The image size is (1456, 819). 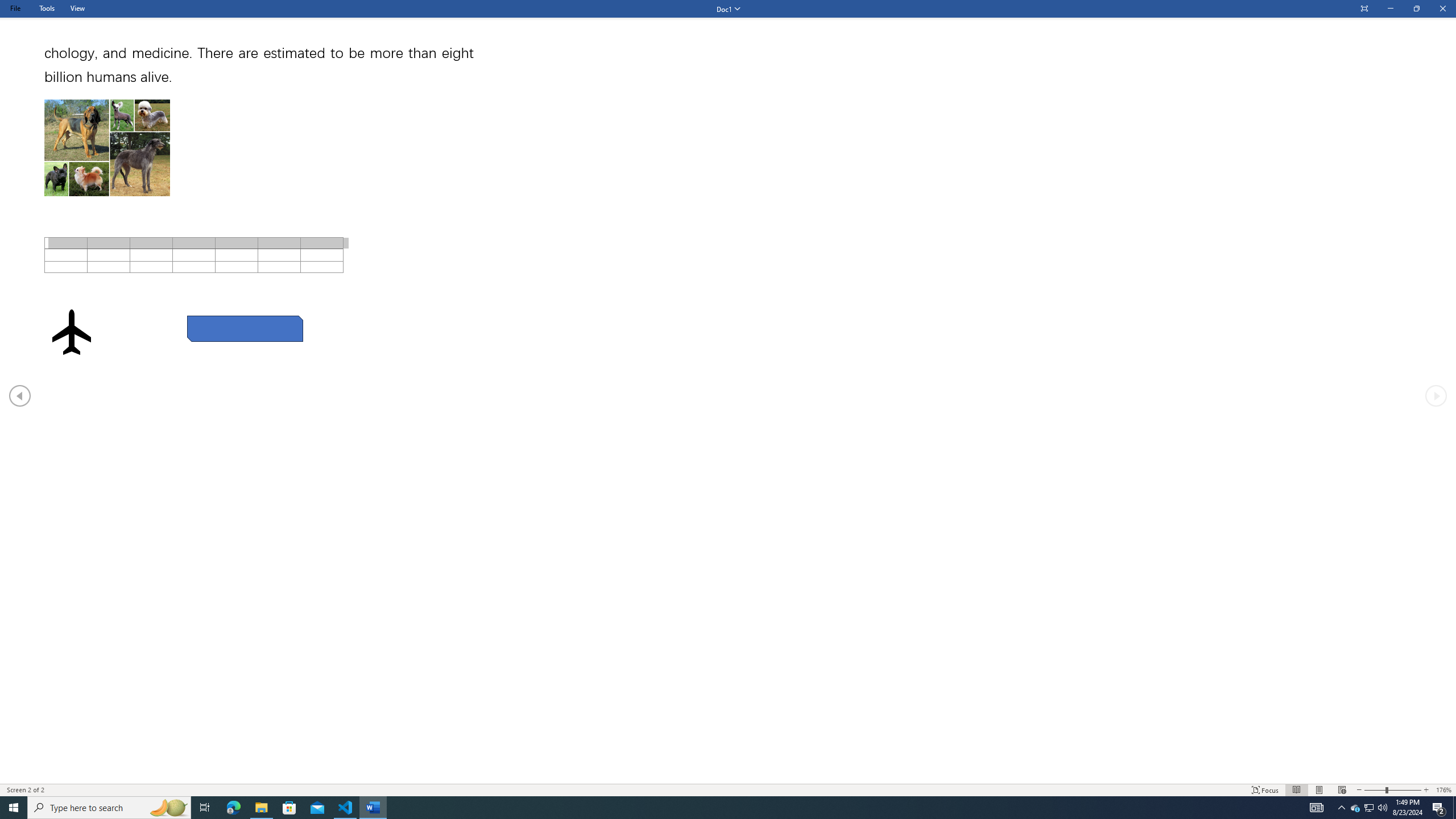 What do you see at coordinates (1392, 790) in the screenshot?
I see `'Text Size'` at bounding box center [1392, 790].